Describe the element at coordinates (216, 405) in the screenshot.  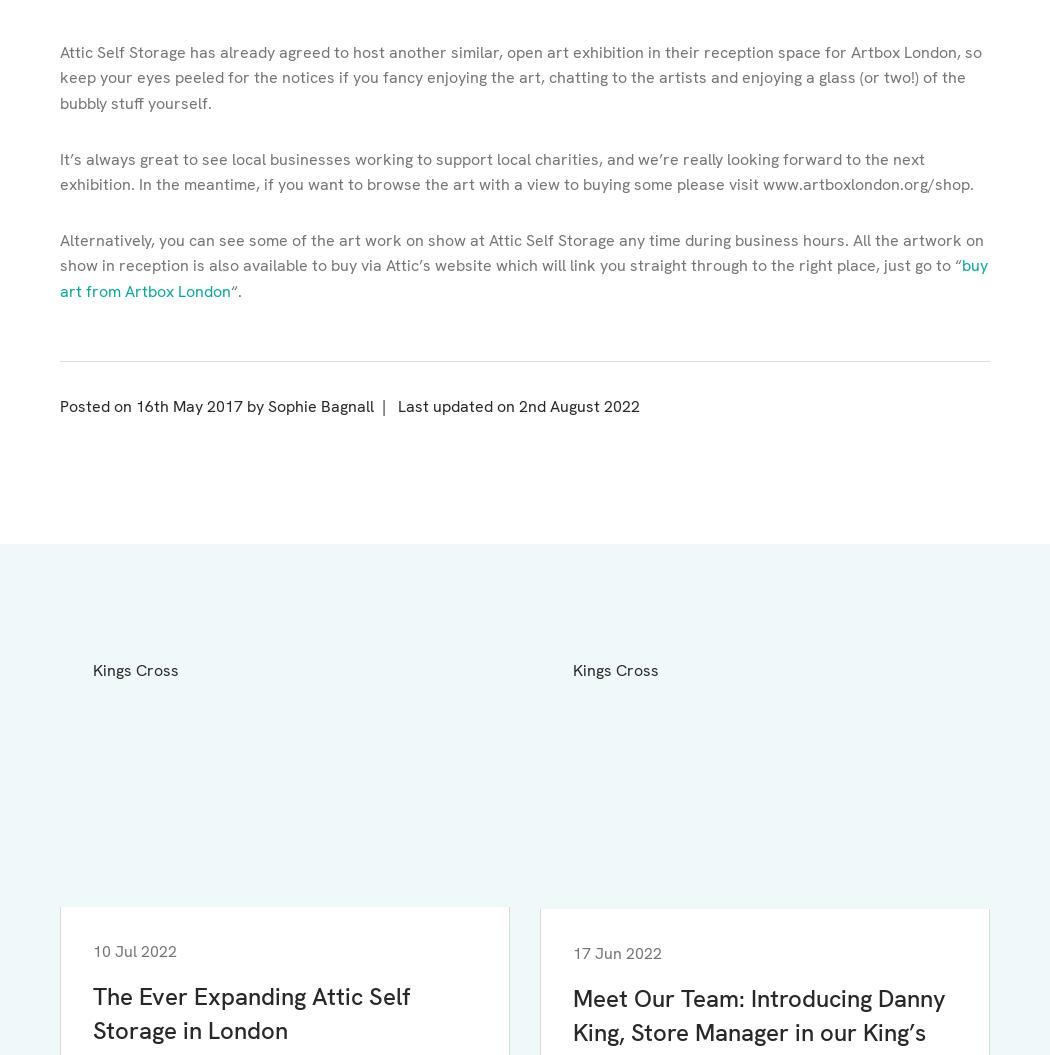
I see `'Posted on 16th May 2017 by Sophie Bagnall'` at that location.